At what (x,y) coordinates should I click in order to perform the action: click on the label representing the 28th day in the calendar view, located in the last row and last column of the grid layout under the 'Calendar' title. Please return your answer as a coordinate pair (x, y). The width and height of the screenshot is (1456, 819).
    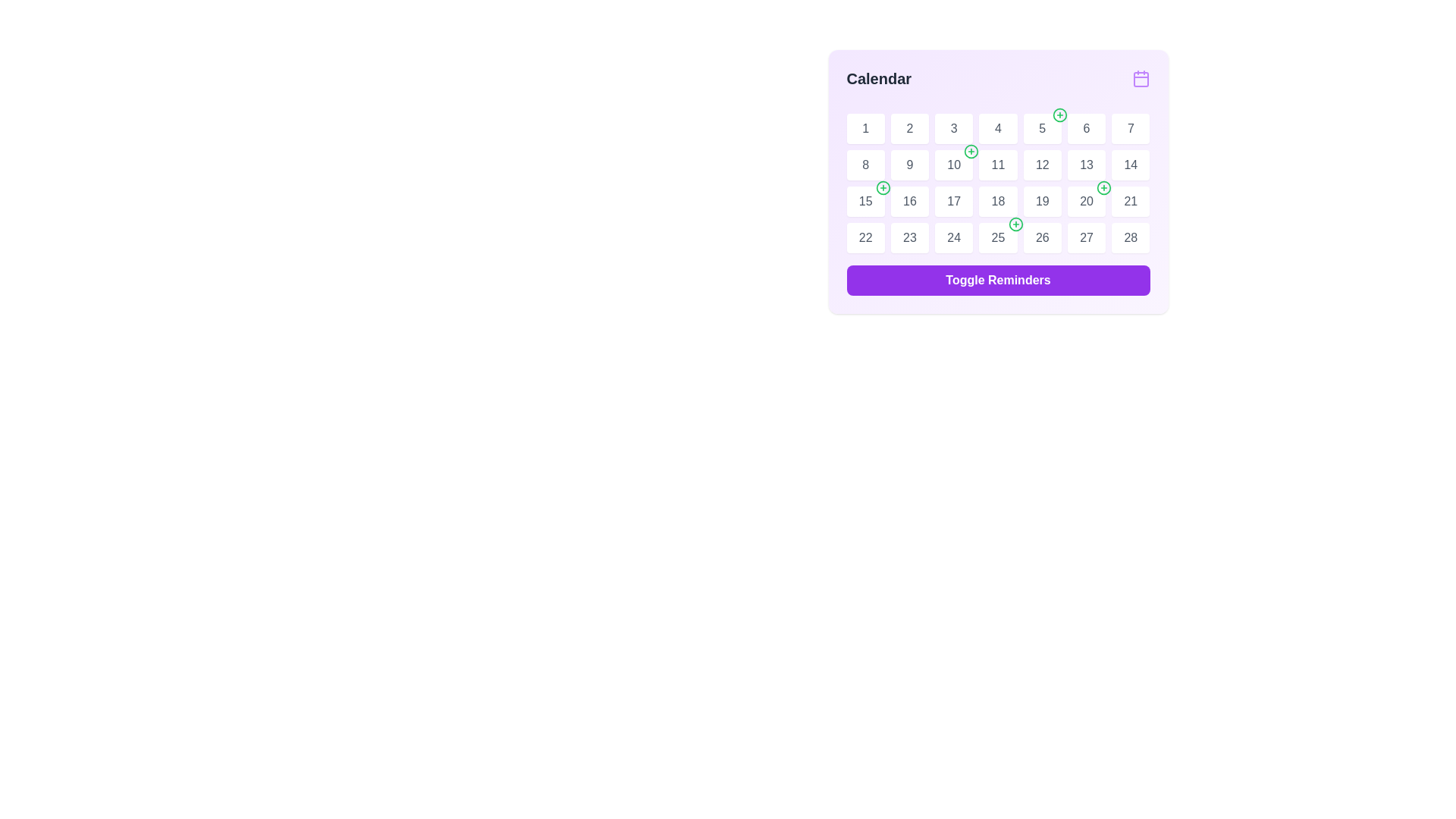
    Looking at the image, I should click on (1131, 237).